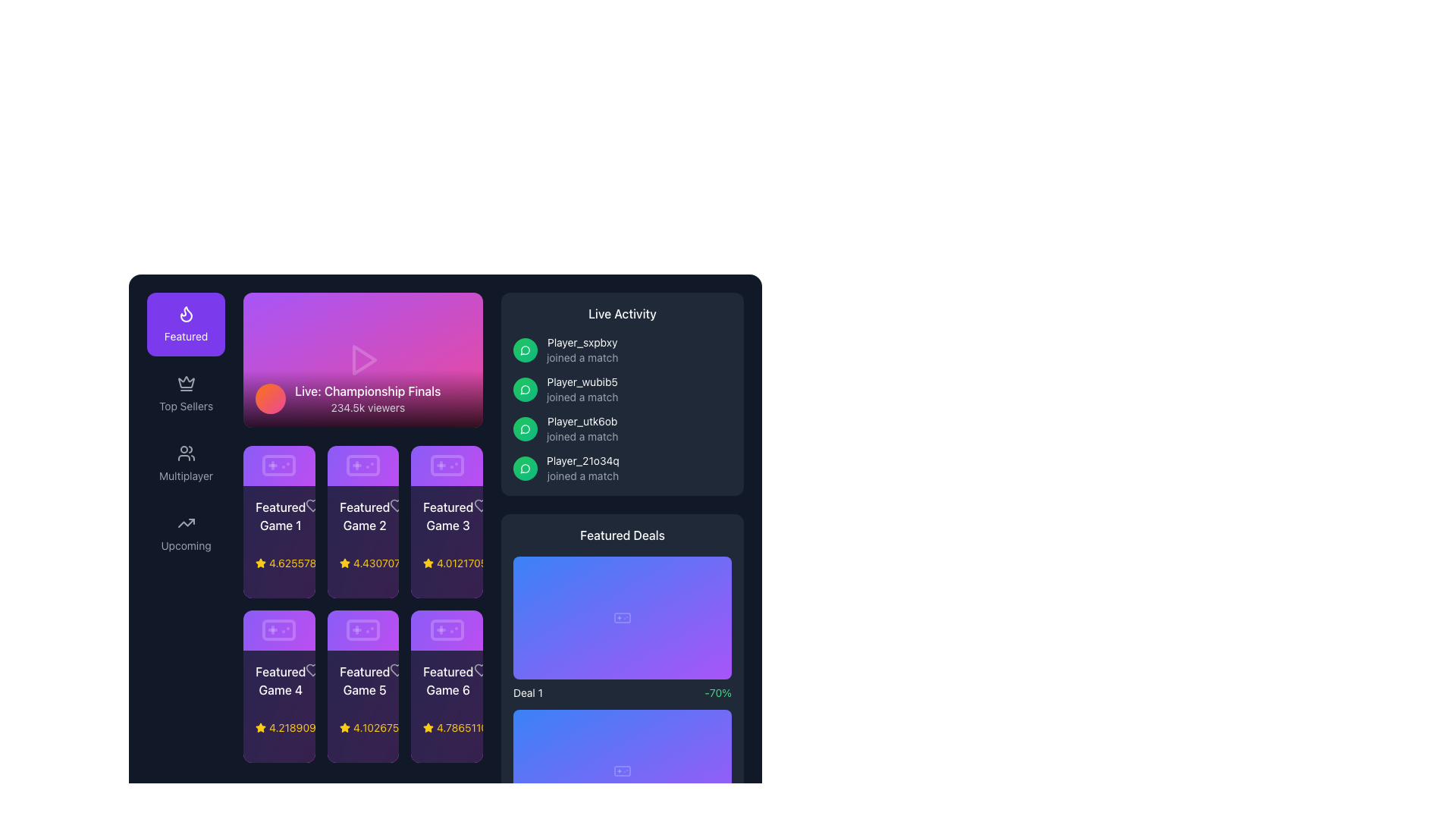 The height and width of the screenshot is (819, 1456). Describe the element at coordinates (185, 463) in the screenshot. I see `the 'Multiplayer' button, which is a rectangular button with rounded corners, dark background, and light gray text, located as the third item in the vertical menu on the left side` at that location.